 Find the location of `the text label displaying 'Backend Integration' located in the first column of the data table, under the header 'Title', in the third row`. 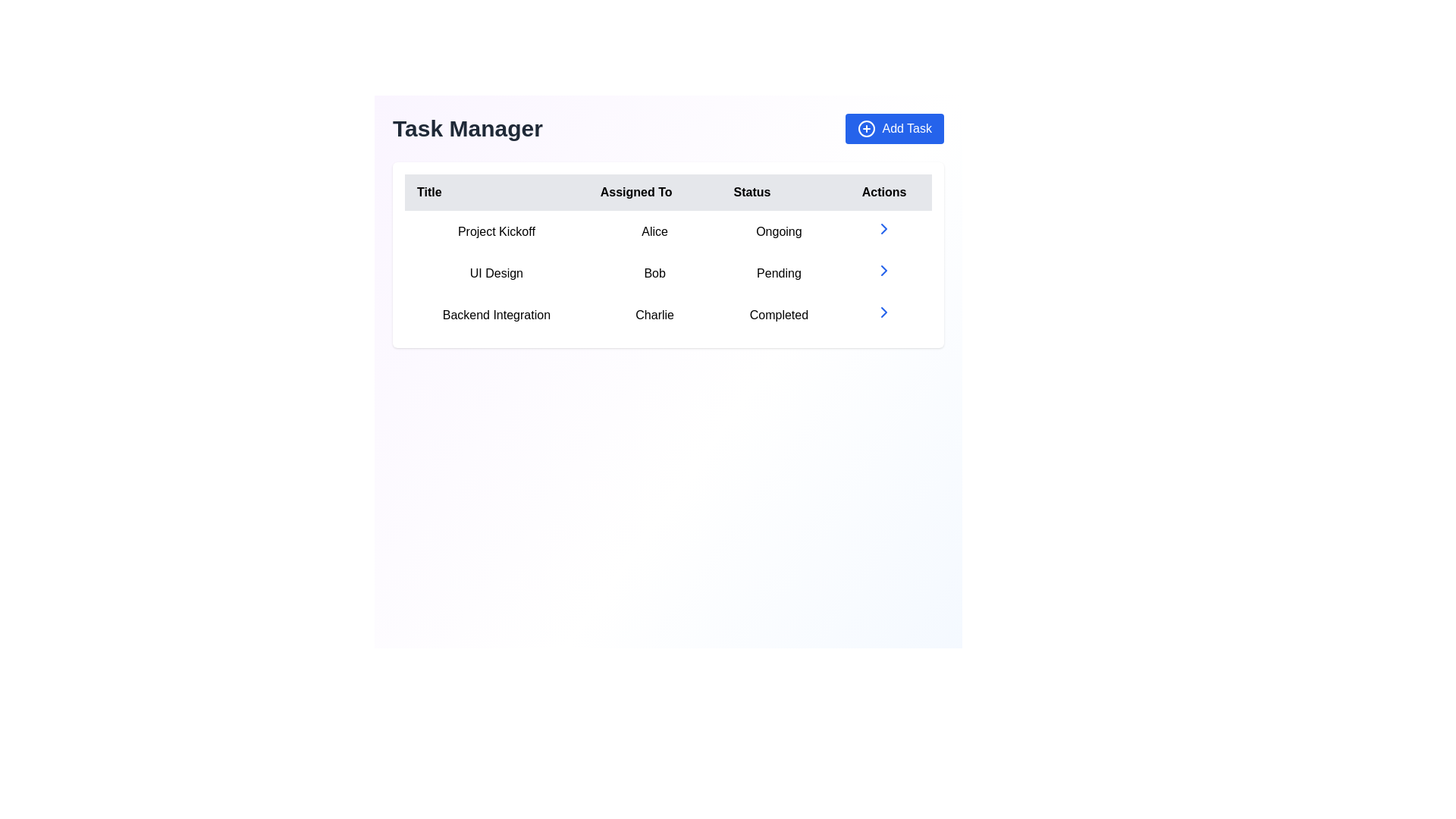

the text label displaying 'Backend Integration' located in the first column of the data table, under the header 'Title', in the third row is located at coordinates (496, 314).